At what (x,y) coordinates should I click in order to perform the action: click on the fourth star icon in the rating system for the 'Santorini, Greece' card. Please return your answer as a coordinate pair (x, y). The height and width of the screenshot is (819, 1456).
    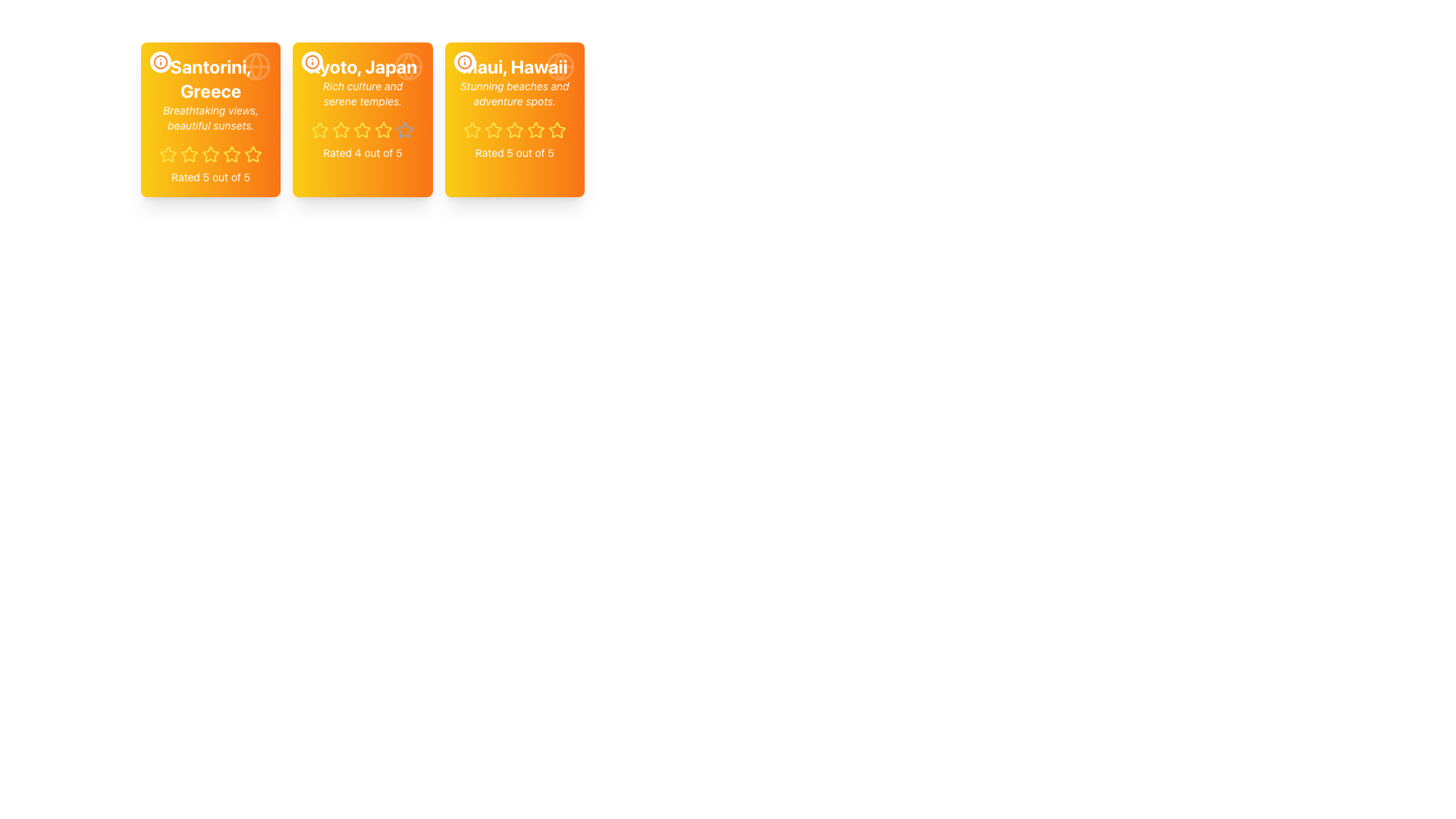
    Looking at the image, I should click on (231, 154).